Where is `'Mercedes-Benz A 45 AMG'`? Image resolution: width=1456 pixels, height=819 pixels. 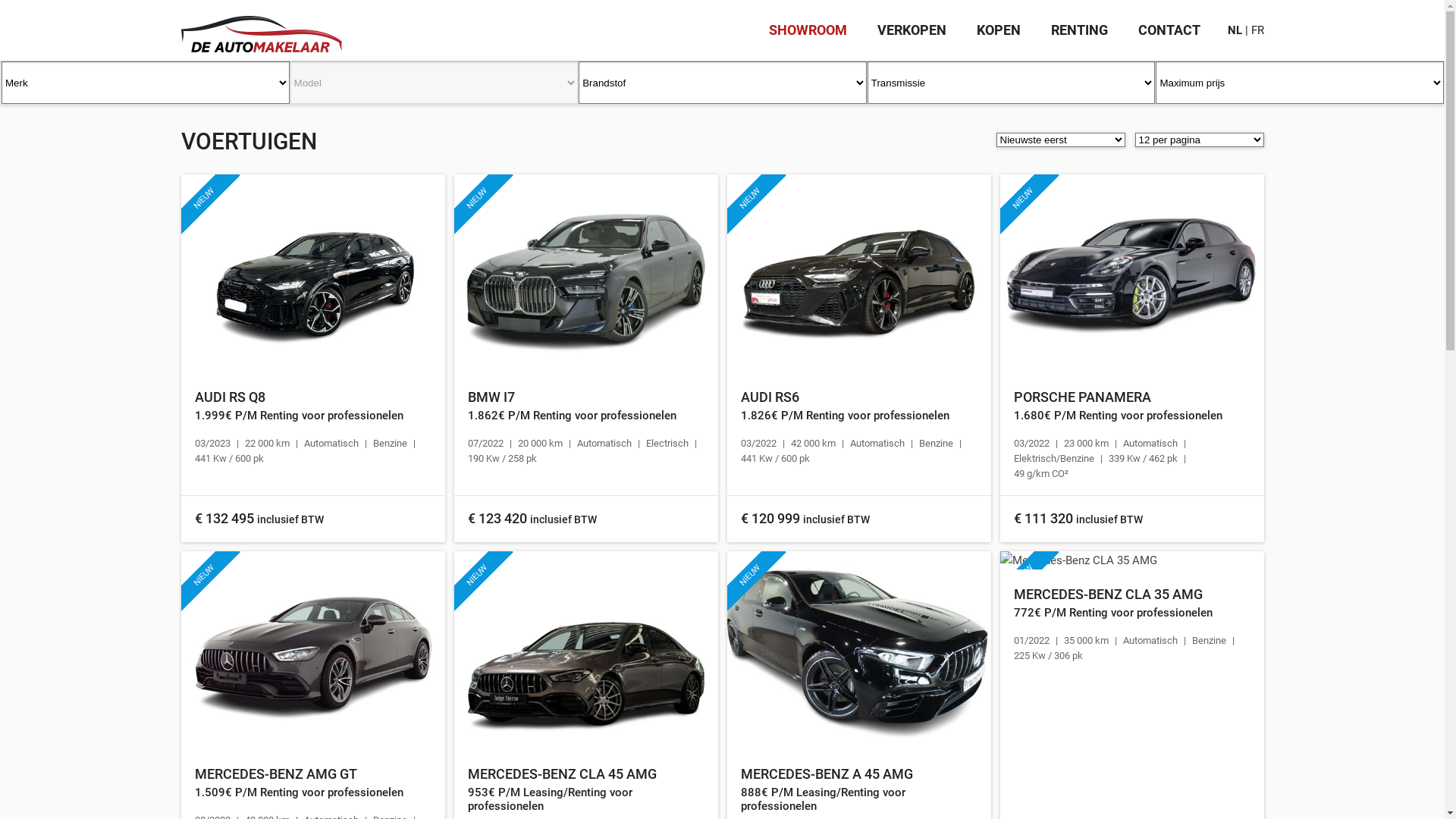
'Mercedes-Benz A 45 AMG' is located at coordinates (858, 649).